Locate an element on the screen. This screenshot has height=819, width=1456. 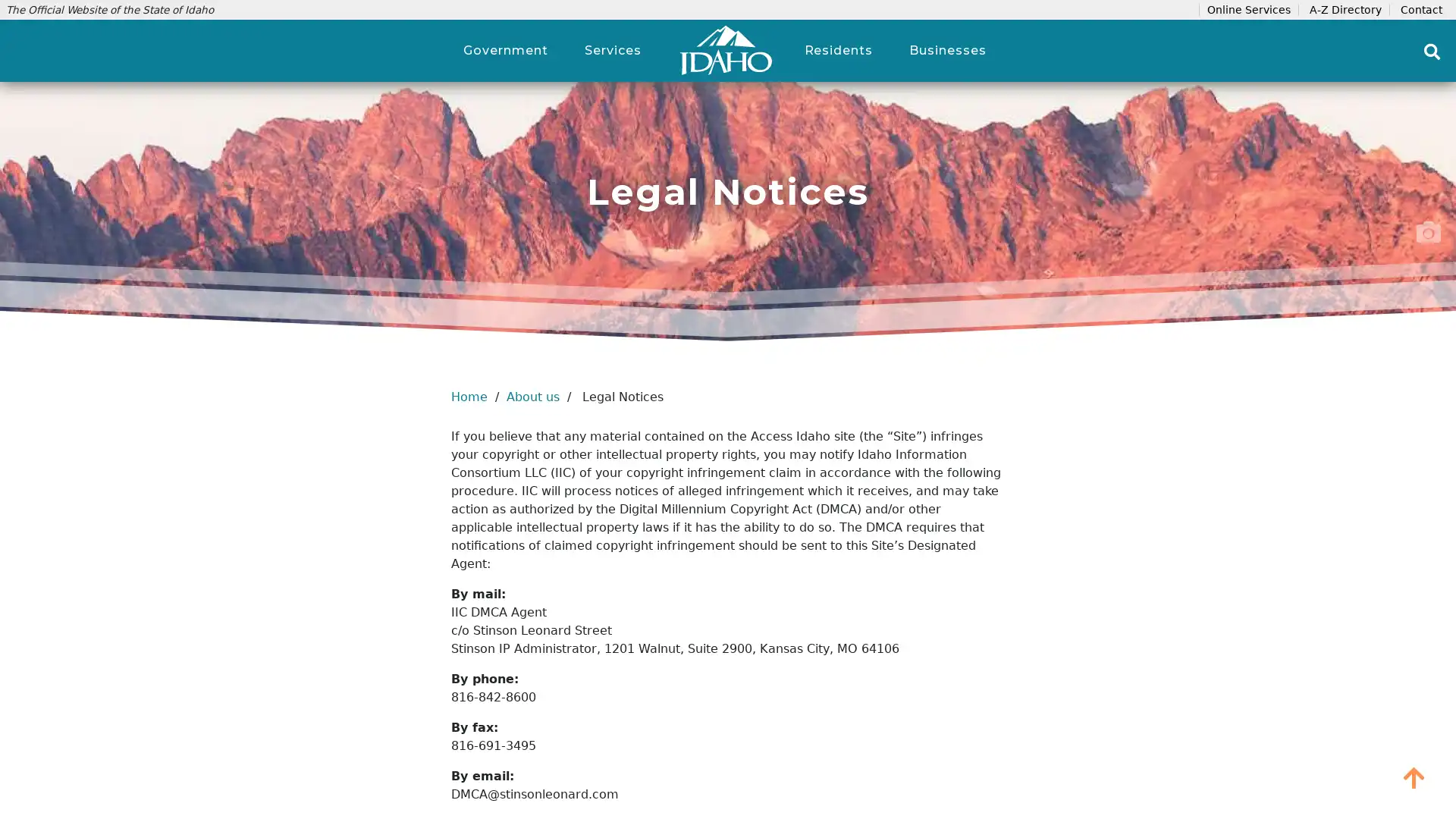
Search is located at coordinates (1432, 51).